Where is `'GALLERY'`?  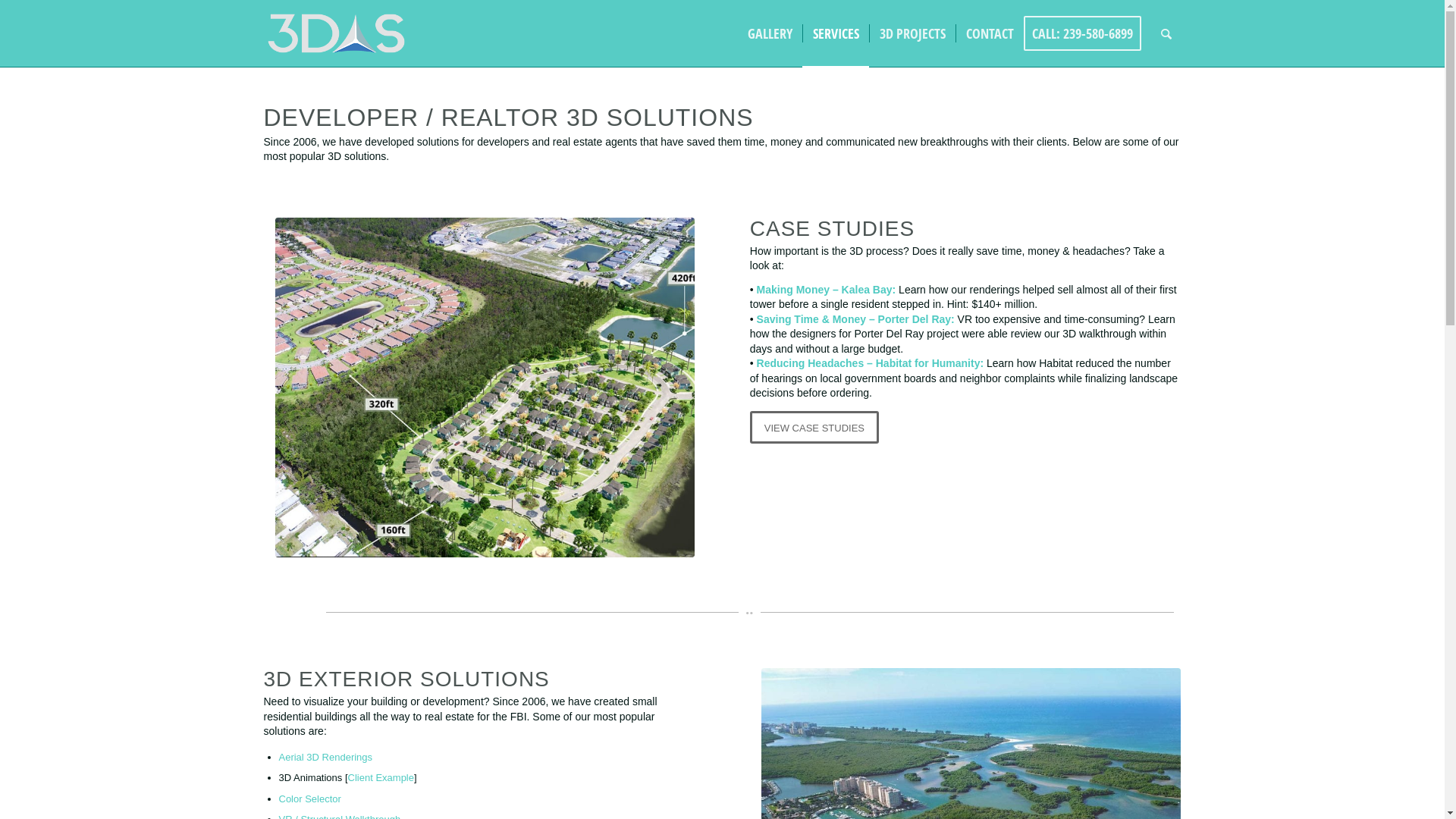 'GALLERY' is located at coordinates (769, 33).